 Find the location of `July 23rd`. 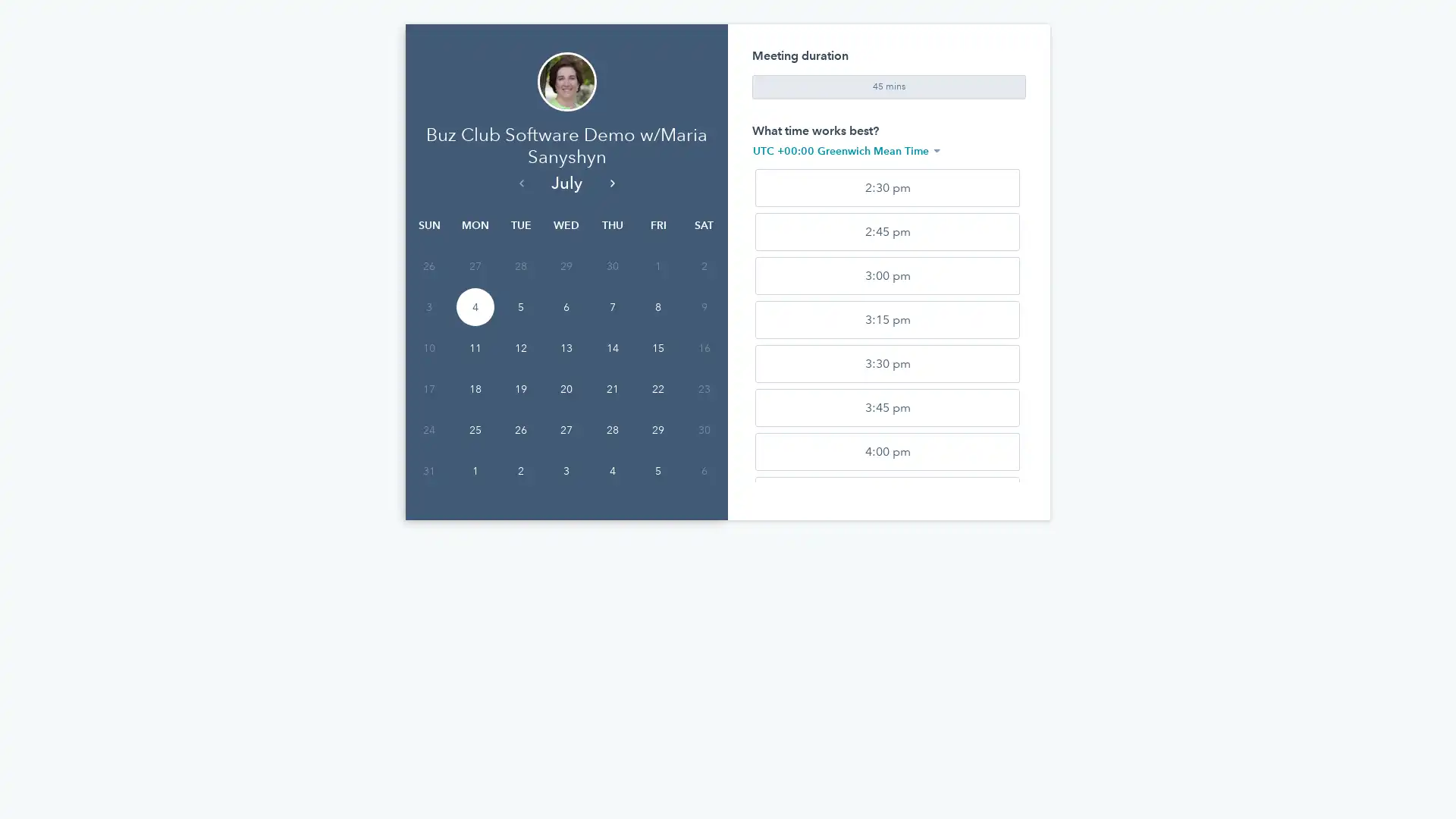

July 23rd is located at coordinates (702, 446).